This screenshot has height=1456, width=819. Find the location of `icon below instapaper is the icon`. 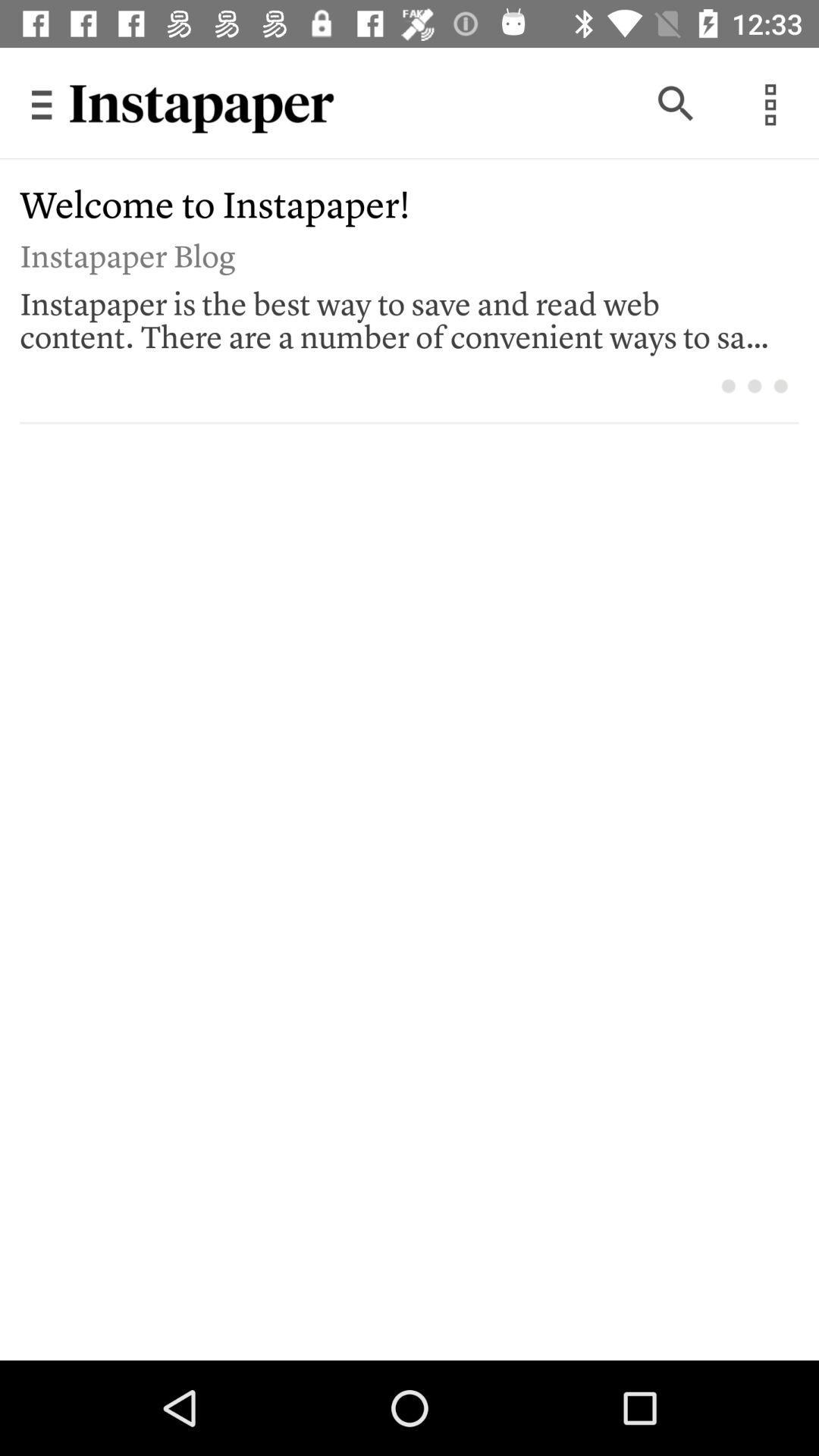

icon below instapaper is the icon is located at coordinates (755, 386).